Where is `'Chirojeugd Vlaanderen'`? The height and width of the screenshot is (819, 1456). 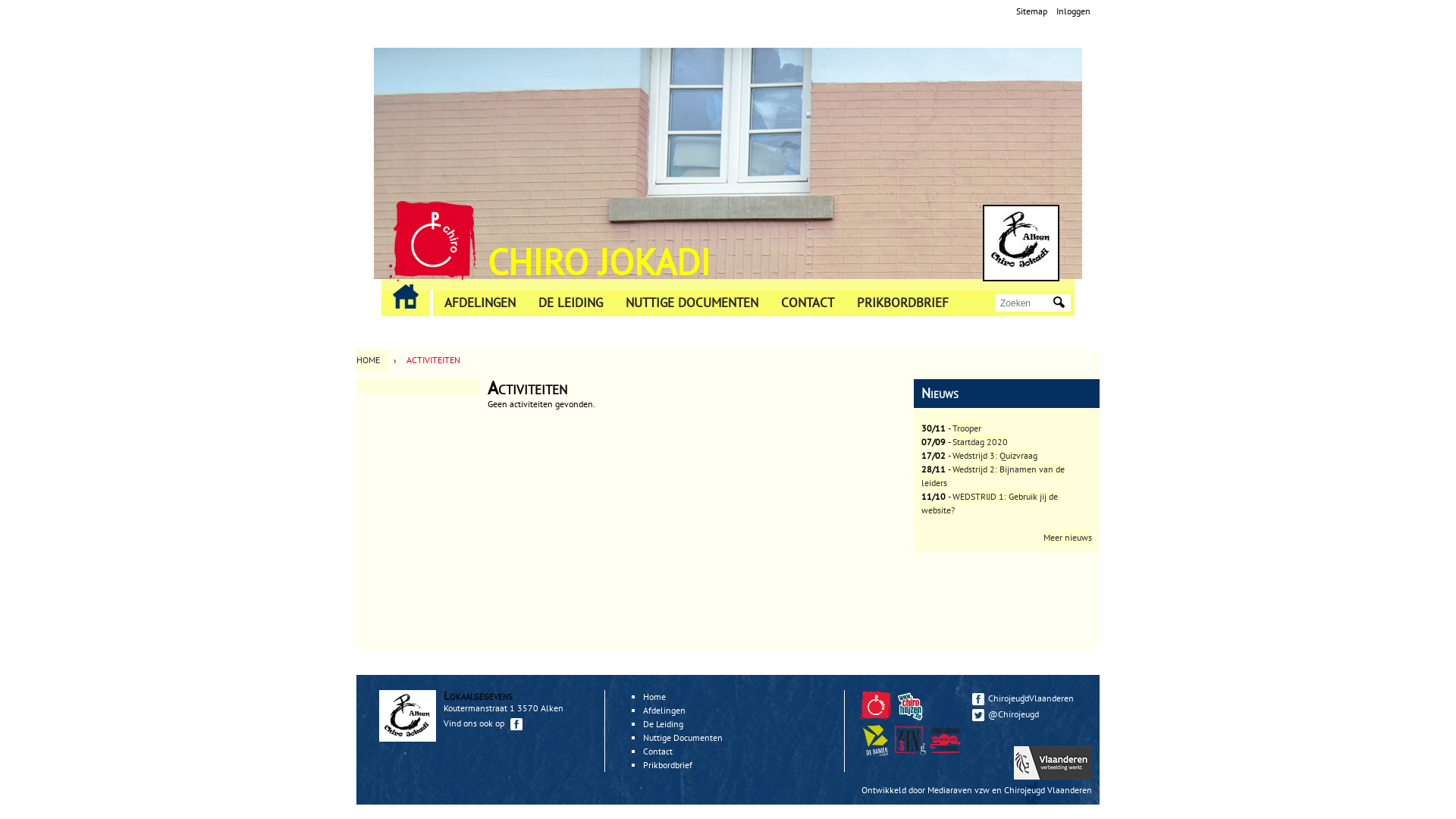 'Chirojeugd Vlaanderen' is located at coordinates (1047, 789).